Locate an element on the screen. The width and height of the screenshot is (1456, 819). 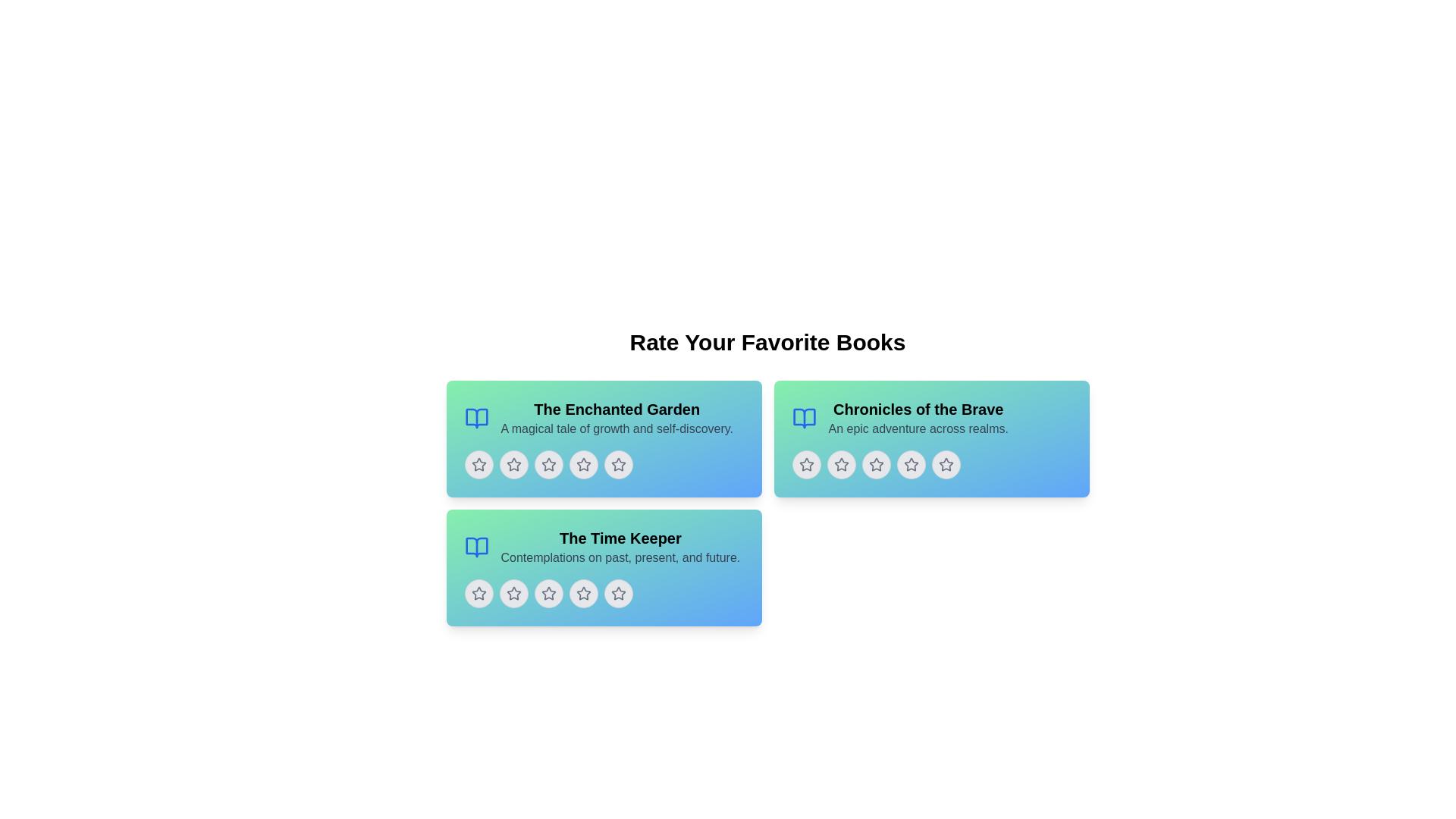
the first star rating icon in the row of five, located beneath the text 'The Time Keeper' is located at coordinates (478, 593).